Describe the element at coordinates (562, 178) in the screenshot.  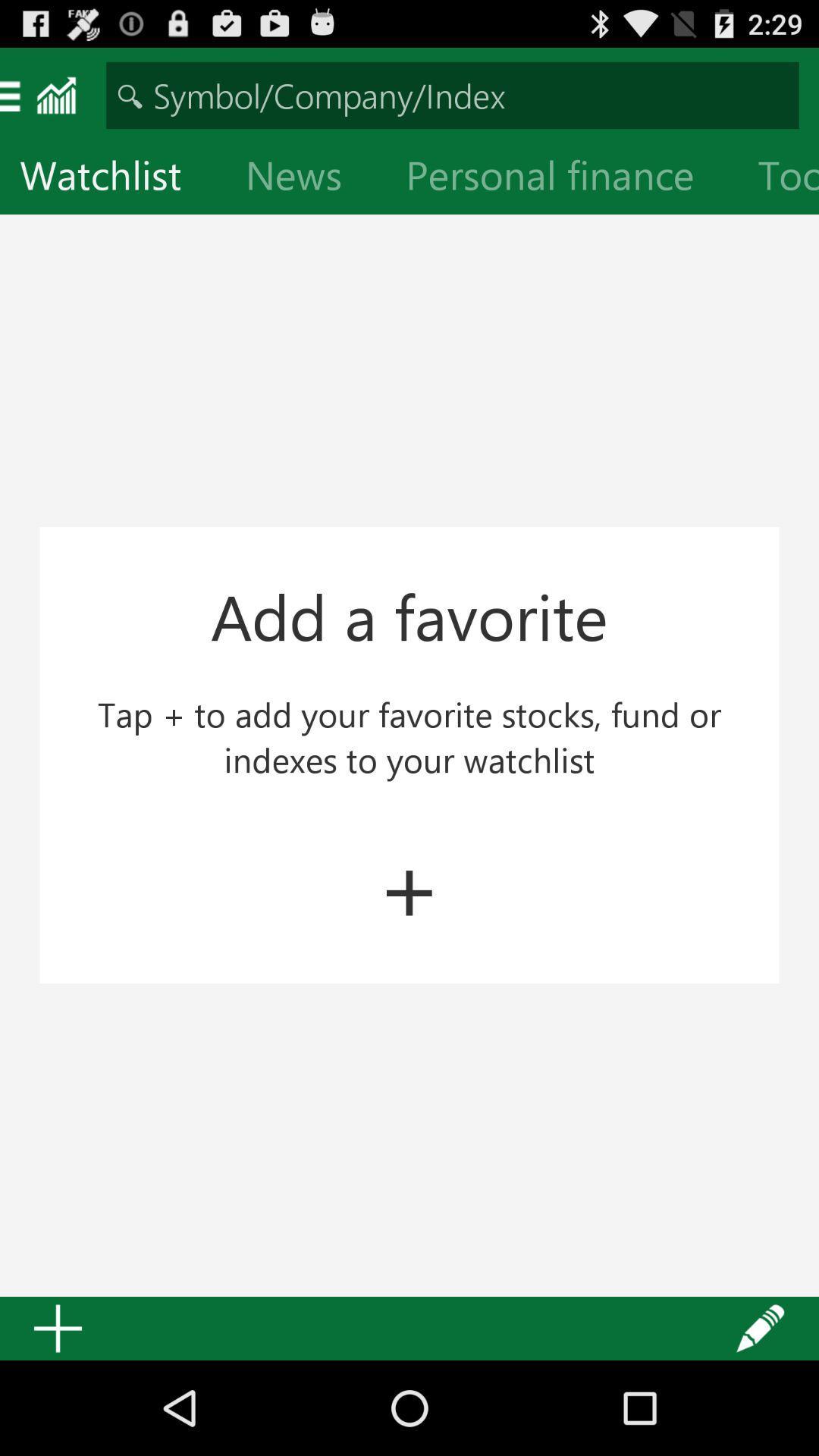
I see `the icon to the left of the tools item` at that location.